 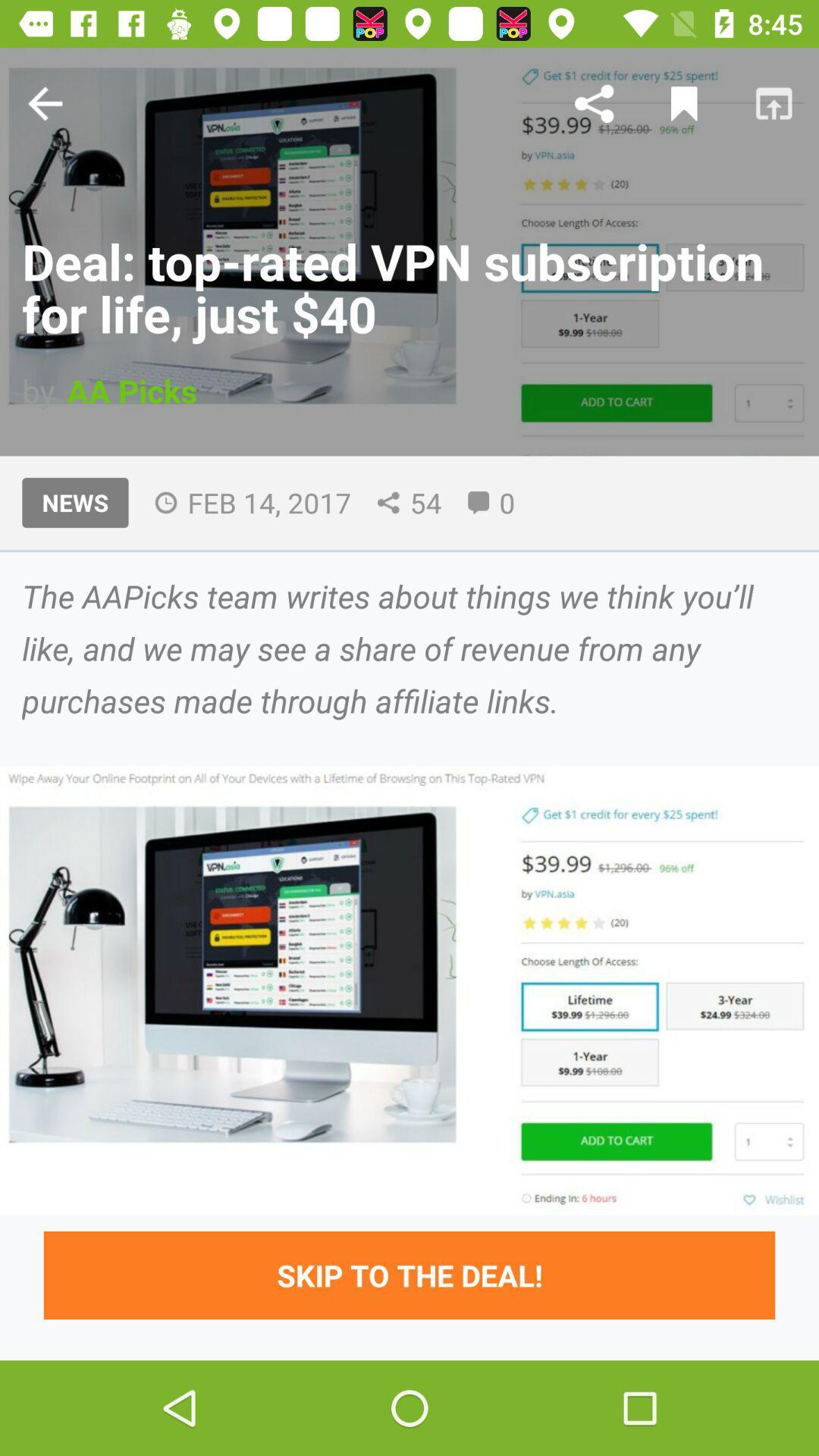 I want to click on the bookmark icon, so click(x=684, y=102).